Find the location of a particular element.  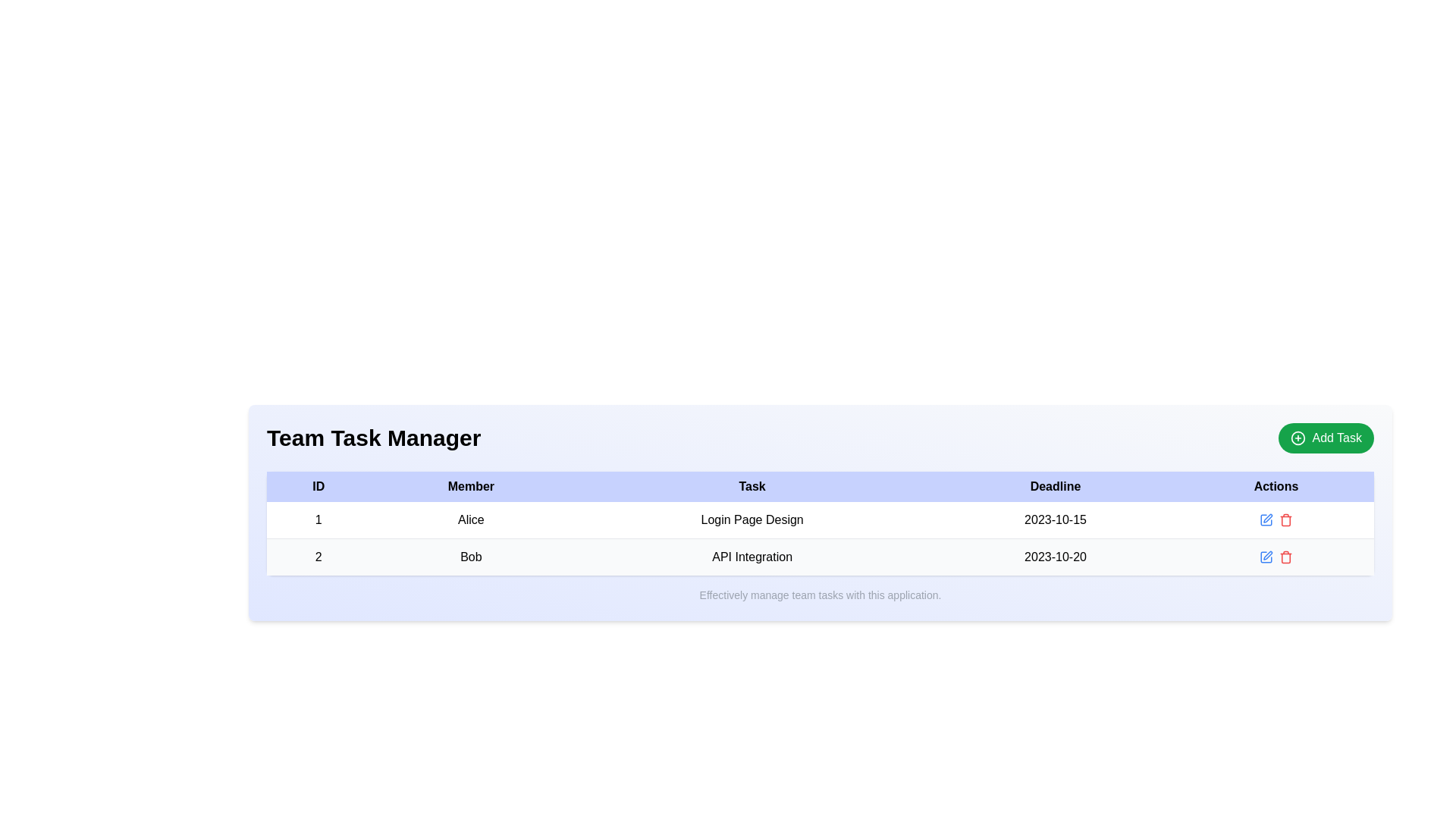

the first row of the task management system table is located at coordinates (819, 519).